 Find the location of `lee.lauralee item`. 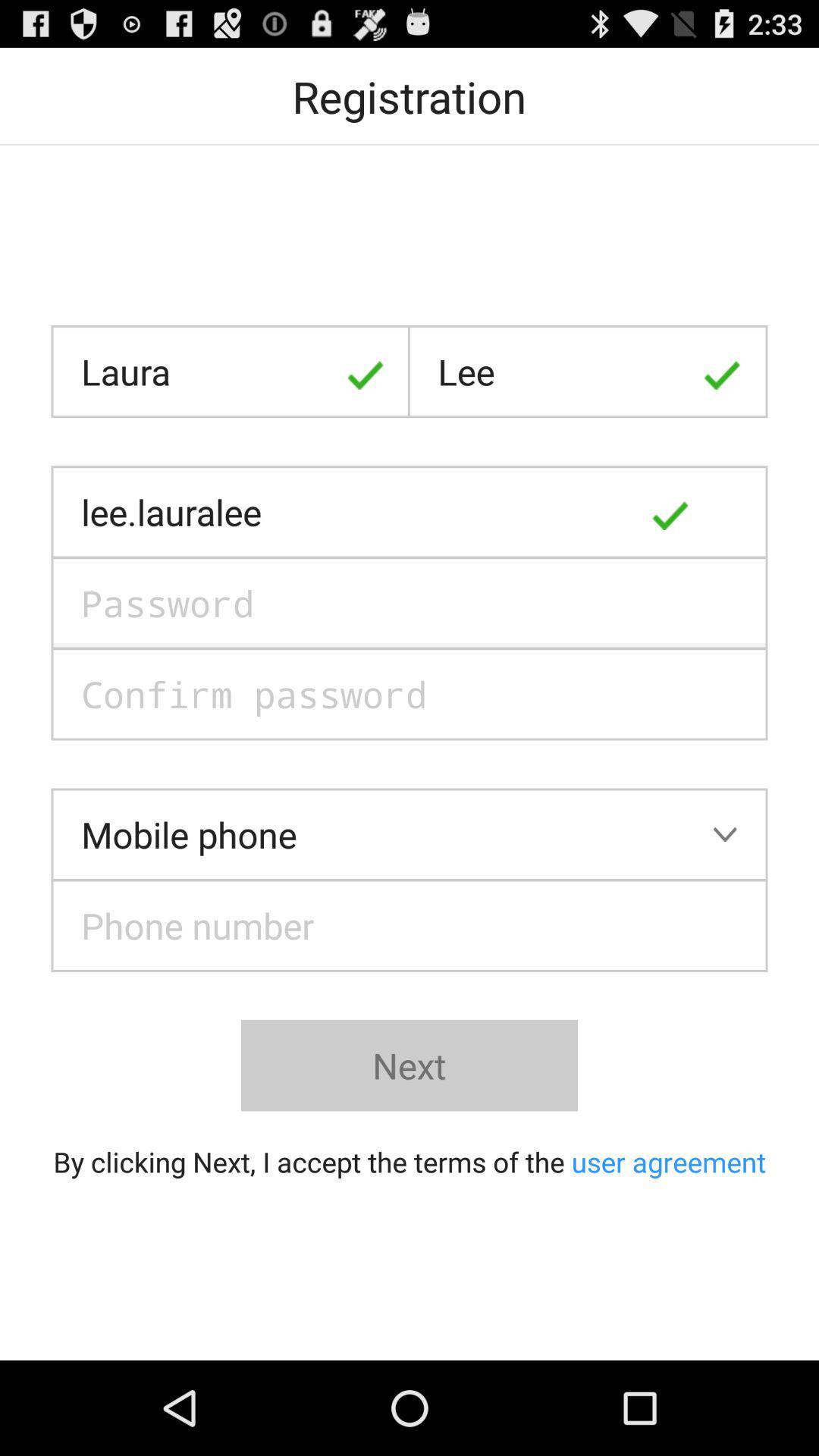

lee.lauralee item is located at coordinates (409, 512).